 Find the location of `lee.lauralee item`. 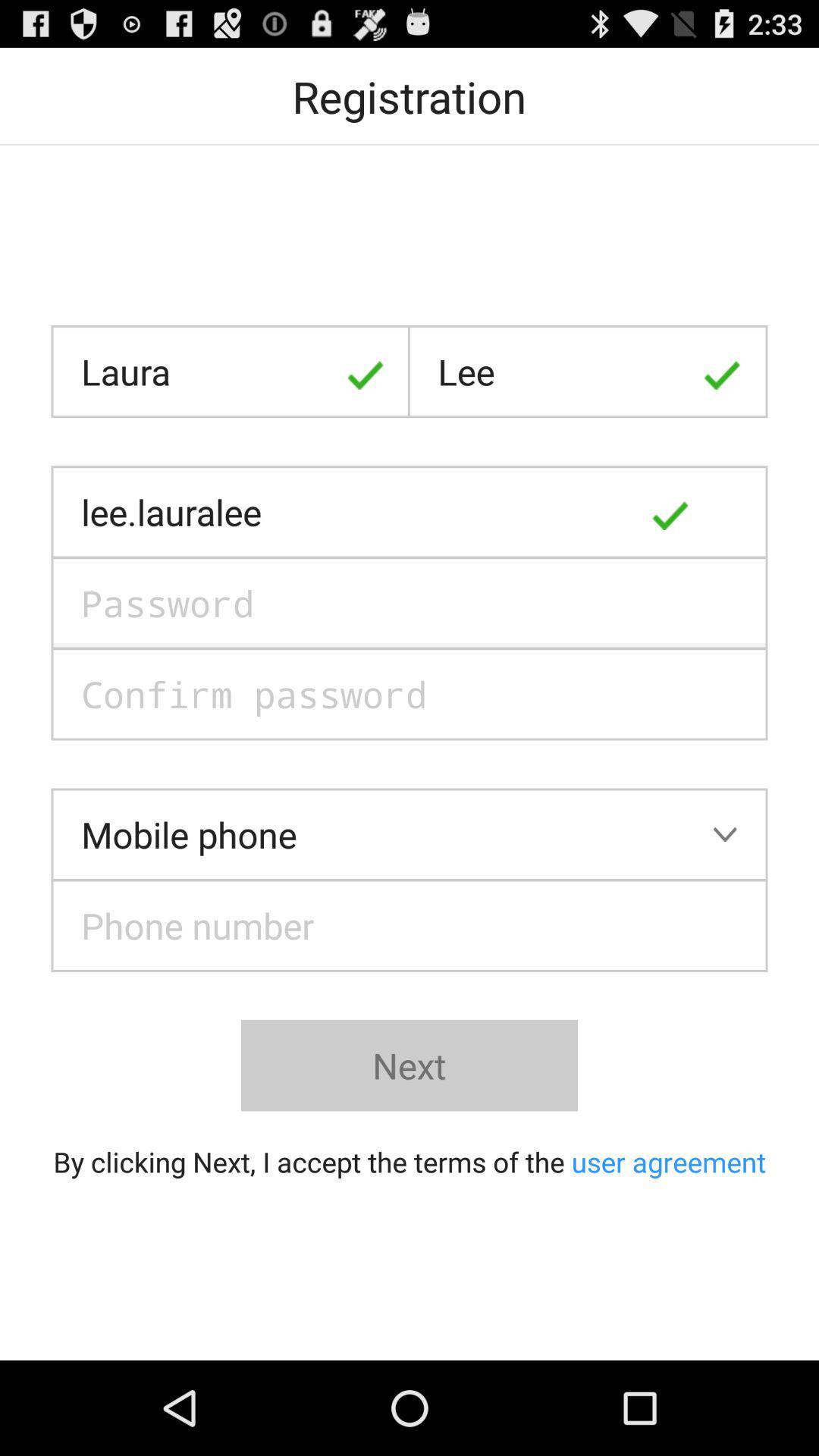

lee.lauralee item is located at coordinates (409, 512).